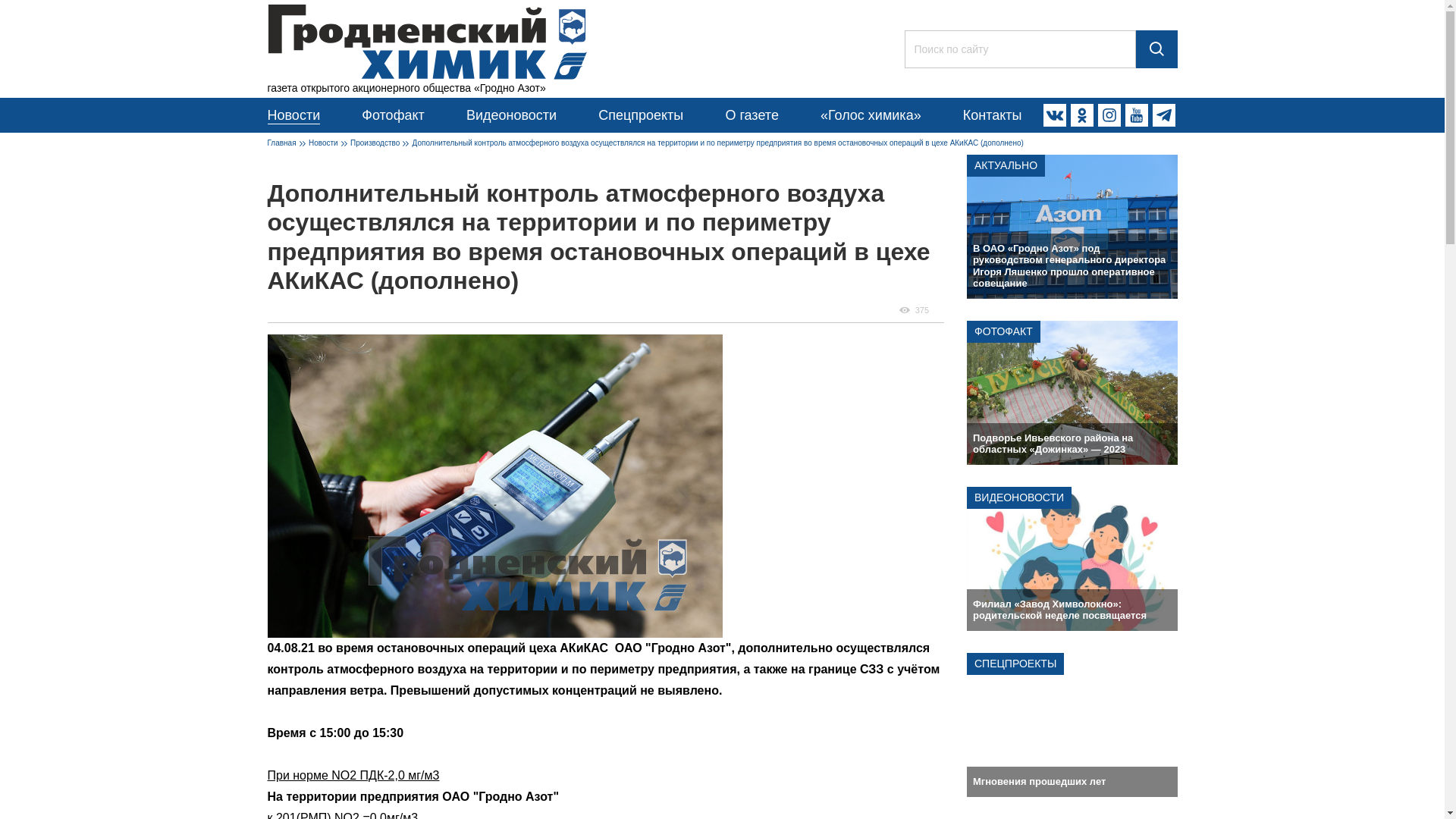 The image size is (1456, 819). What do you see at coordinates (494, 485) in the screenshot?
I see `'e0c8ae719e7aac23c6ecacb5747f9b8a3b7702be_big.jpg'` at bounding box center [494, 485].